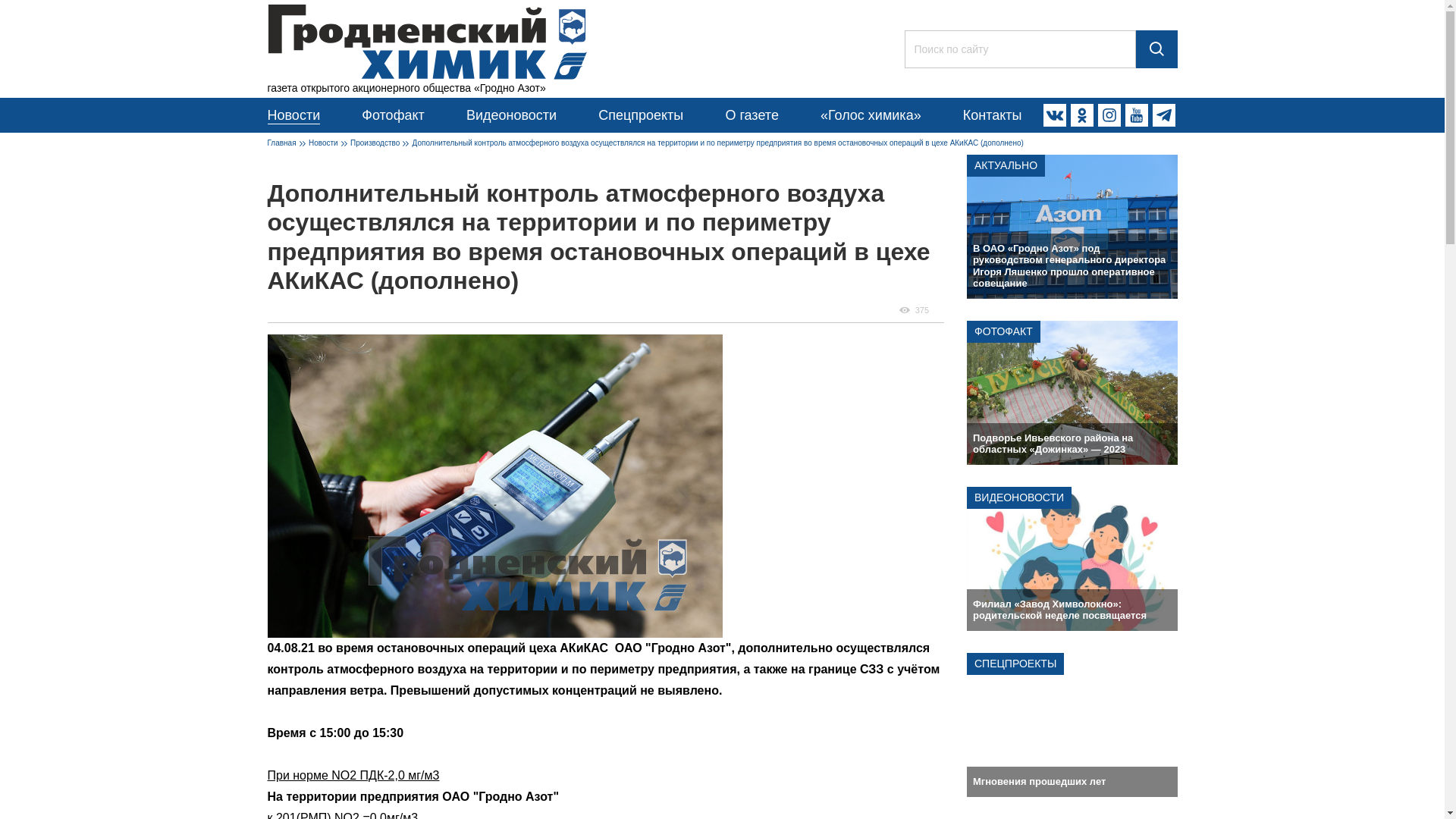 The image size is (1456, 819). What do you see at coordinates (494, 485) in the screenshot?
I see `'e0c8ae719e7aac23c6ecacb5747f9b8a3b7702be_big.jpg'` at bounding box center [494, 485].